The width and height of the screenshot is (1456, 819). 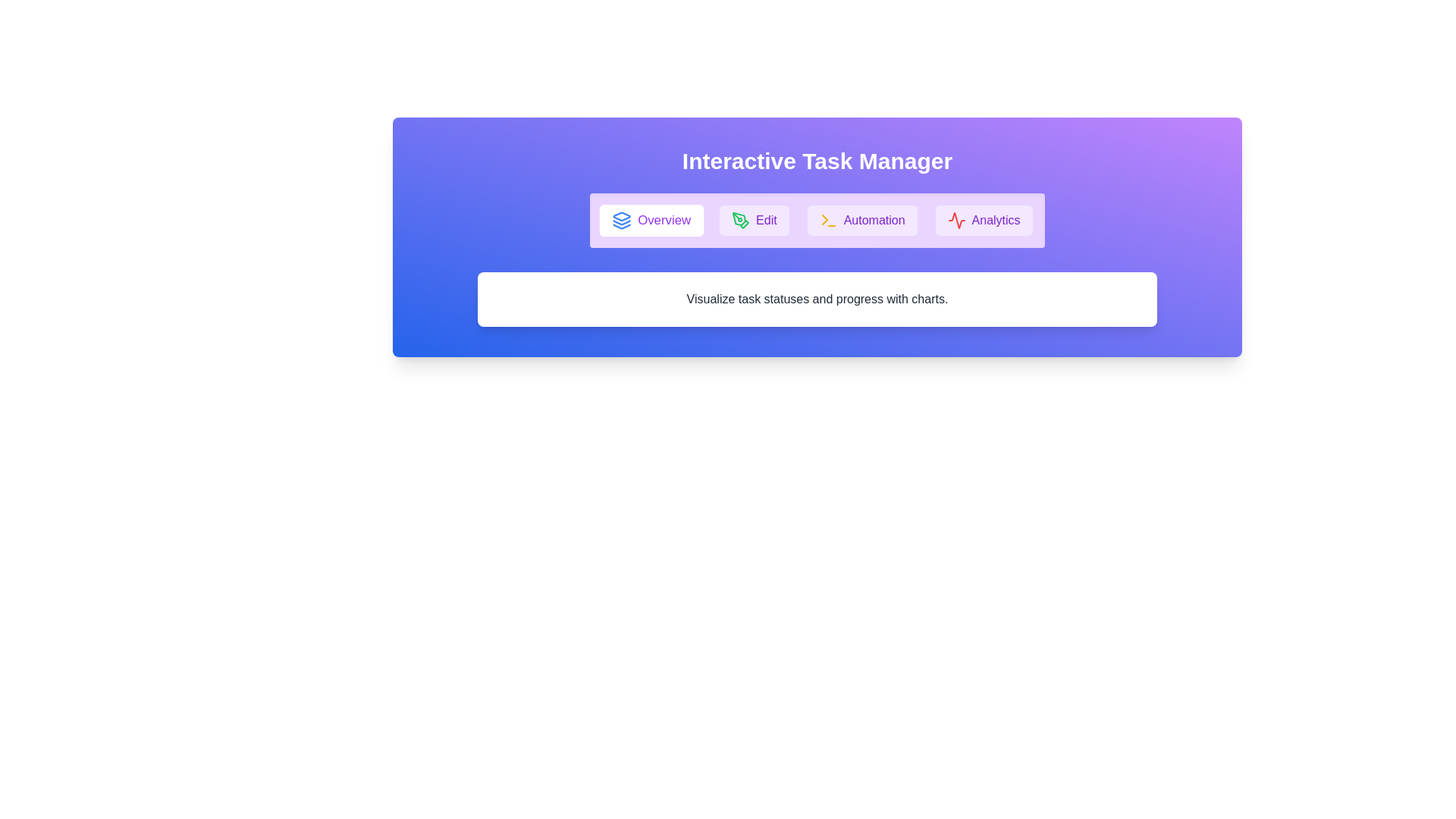 What do you see at coordinates (862, 220) in the screenshot?
I see `the tab button labeled Automation` at bounding box center [862, 220].